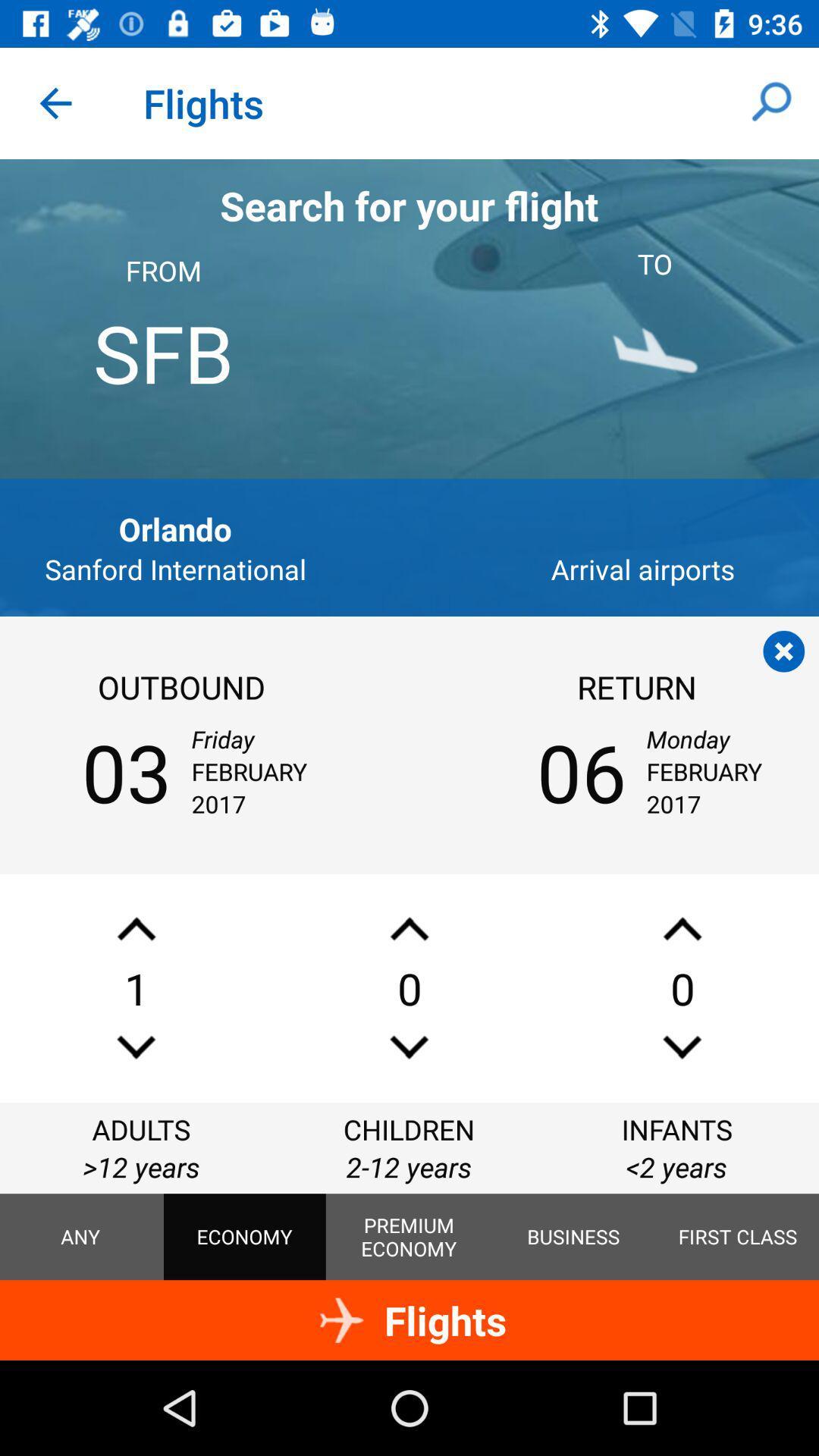  What do you see at coordinates (573, 1237) in the screenshot?
I see `the item below the 2-12 years item` at bounding box center [573, 1237].